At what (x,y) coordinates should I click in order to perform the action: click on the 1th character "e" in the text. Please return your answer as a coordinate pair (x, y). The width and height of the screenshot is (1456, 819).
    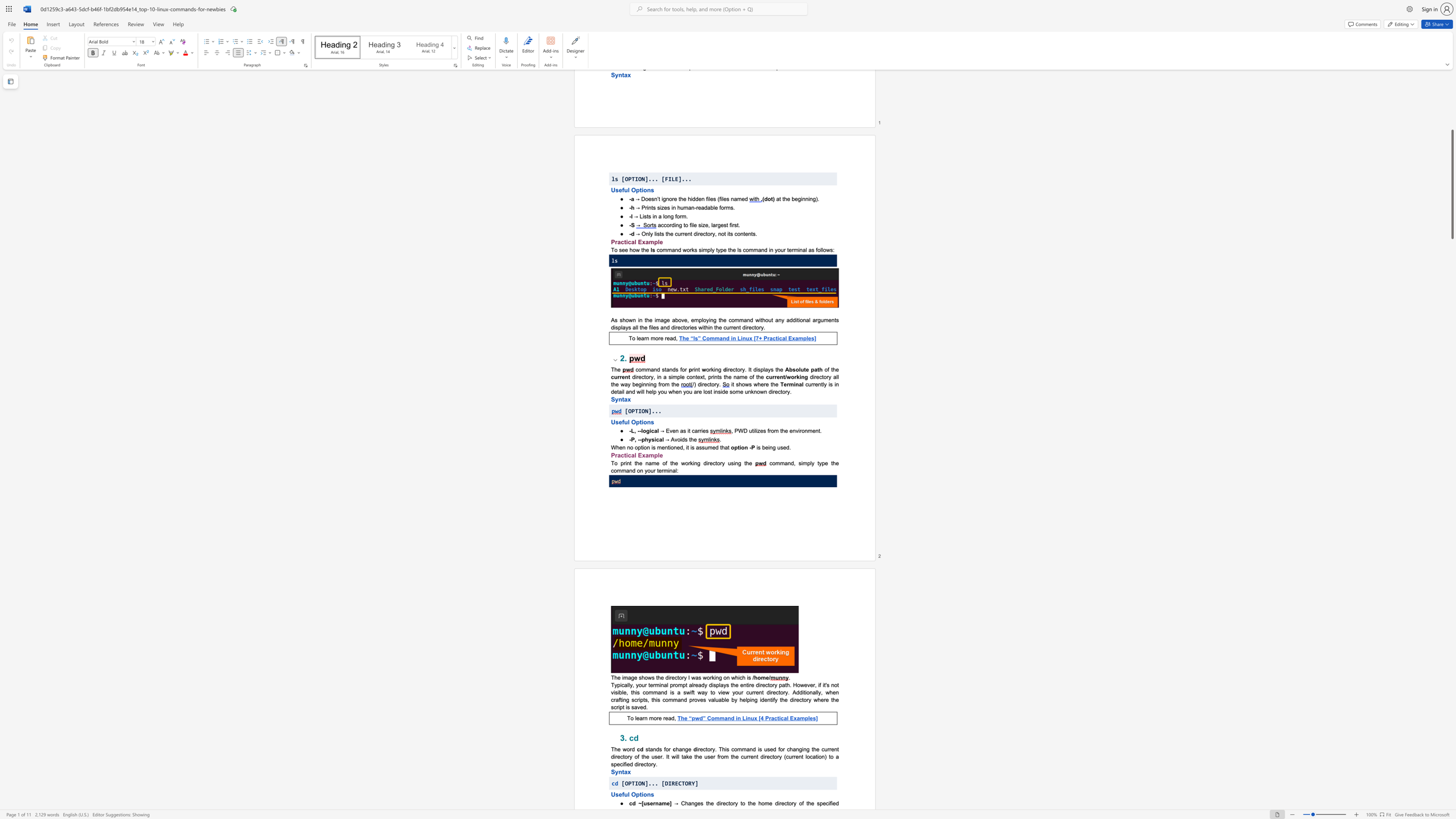
    Looking at the image, I should click on (695, 439).